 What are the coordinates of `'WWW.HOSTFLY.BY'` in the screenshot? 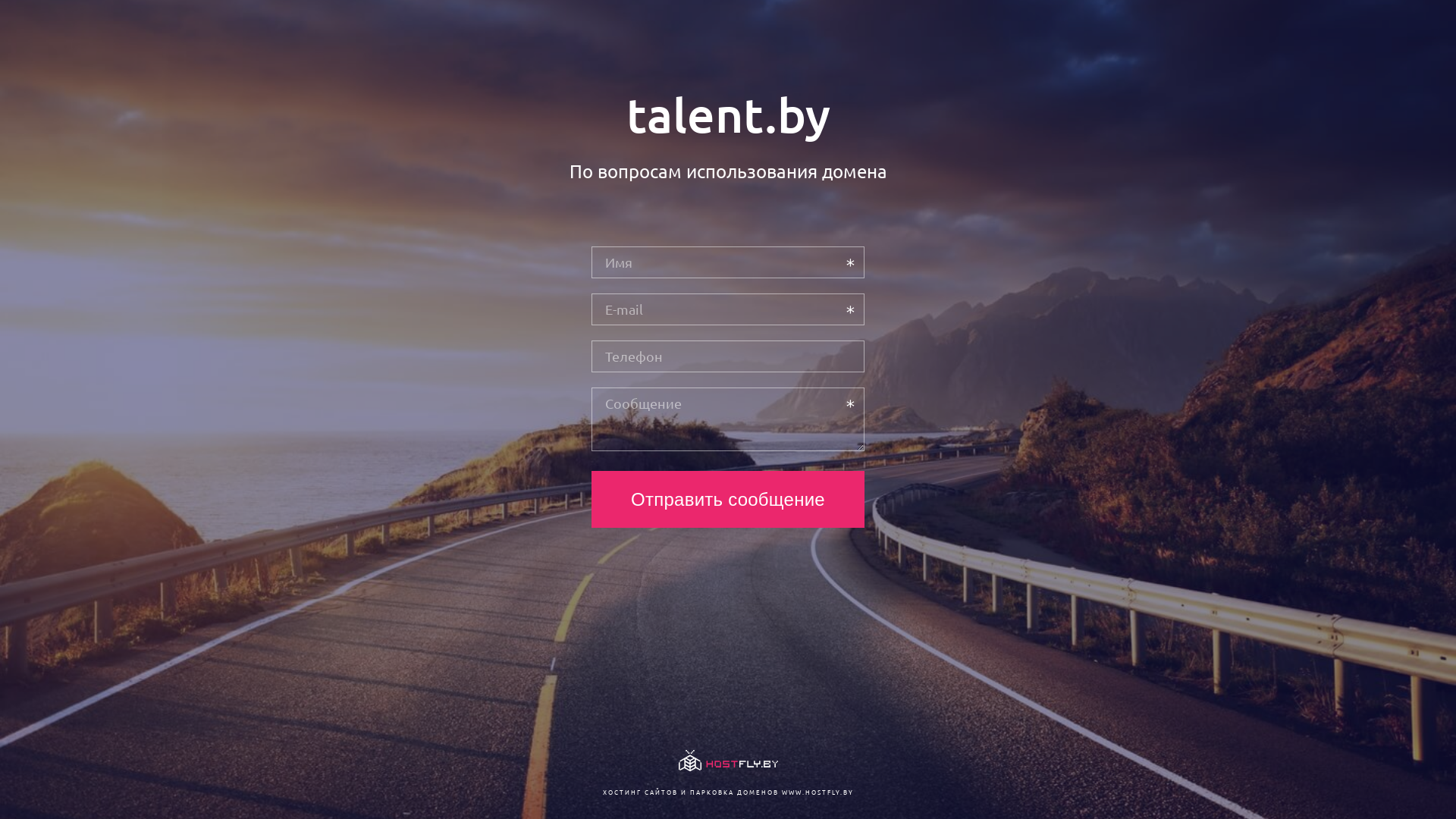 It's located at (781, 791).